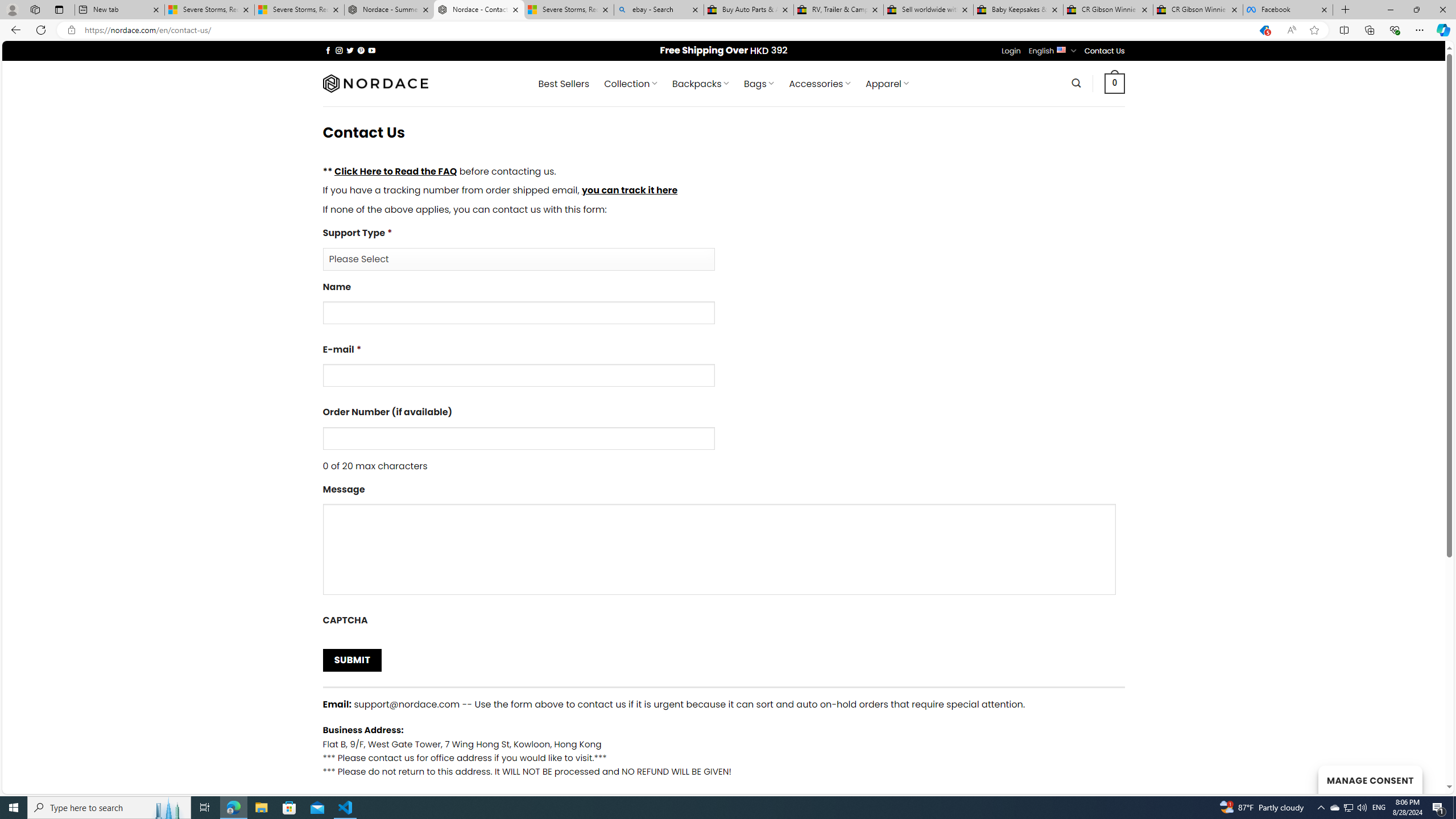 Image resolution: width=1456 pixels, height=819 pixels. I want to click on 'This site has coupons! Shopping in Microsoft Edge, 5', so click(1263, 30).